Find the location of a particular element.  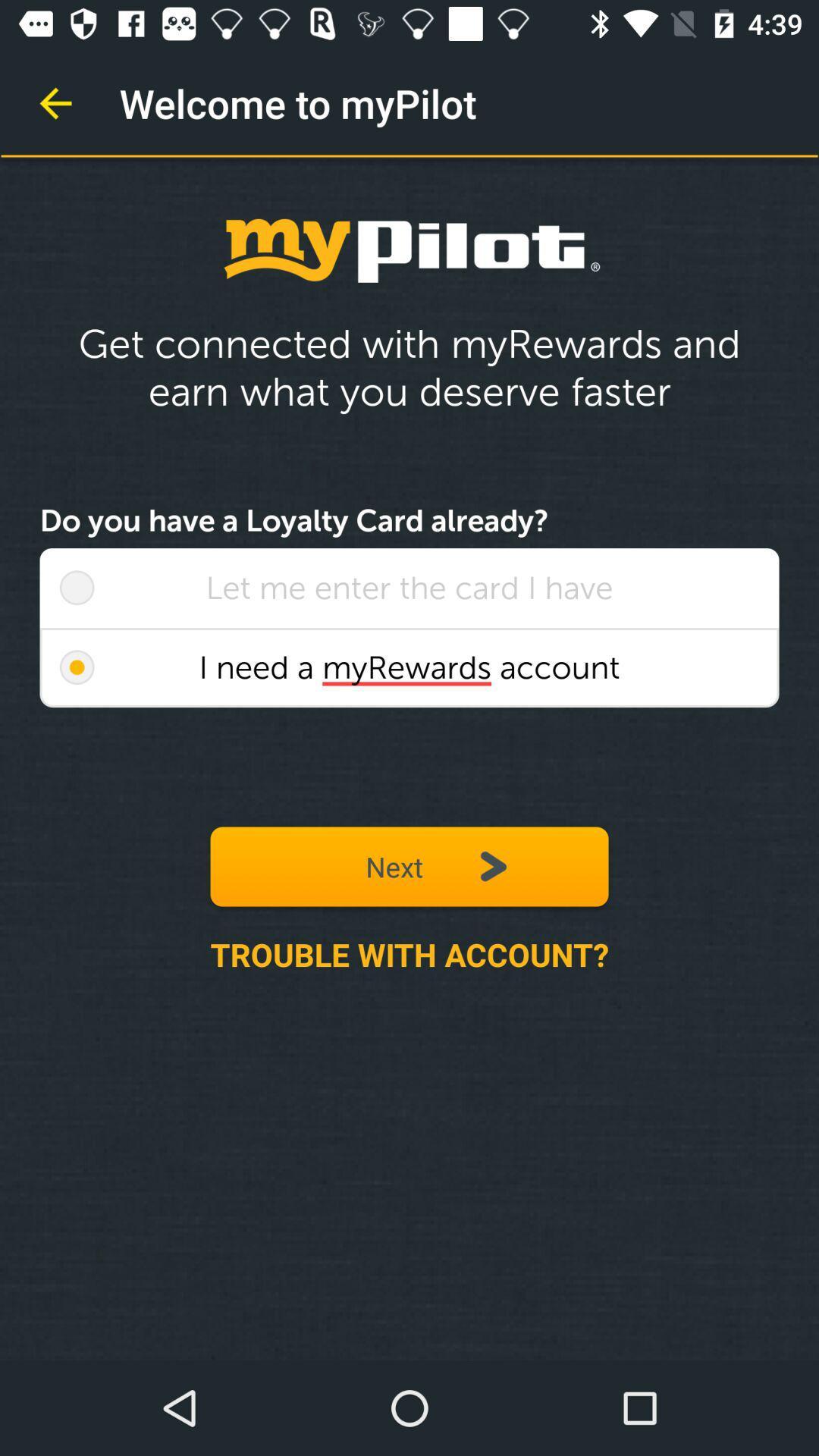

i need a icon is located at coordinates (409, 667).